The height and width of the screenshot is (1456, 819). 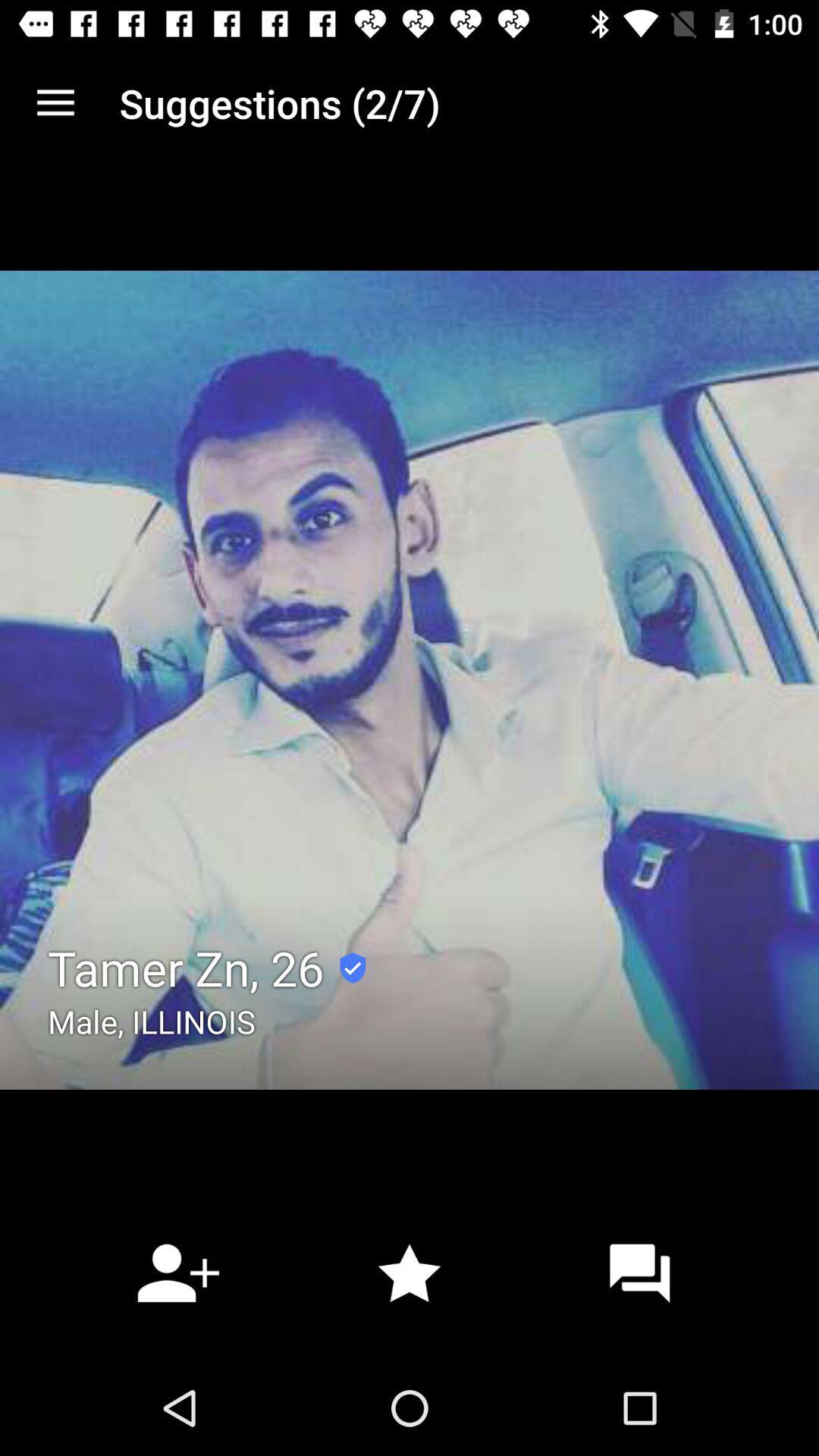 I want to click on the chat icon, so click(x=639, y=1272).